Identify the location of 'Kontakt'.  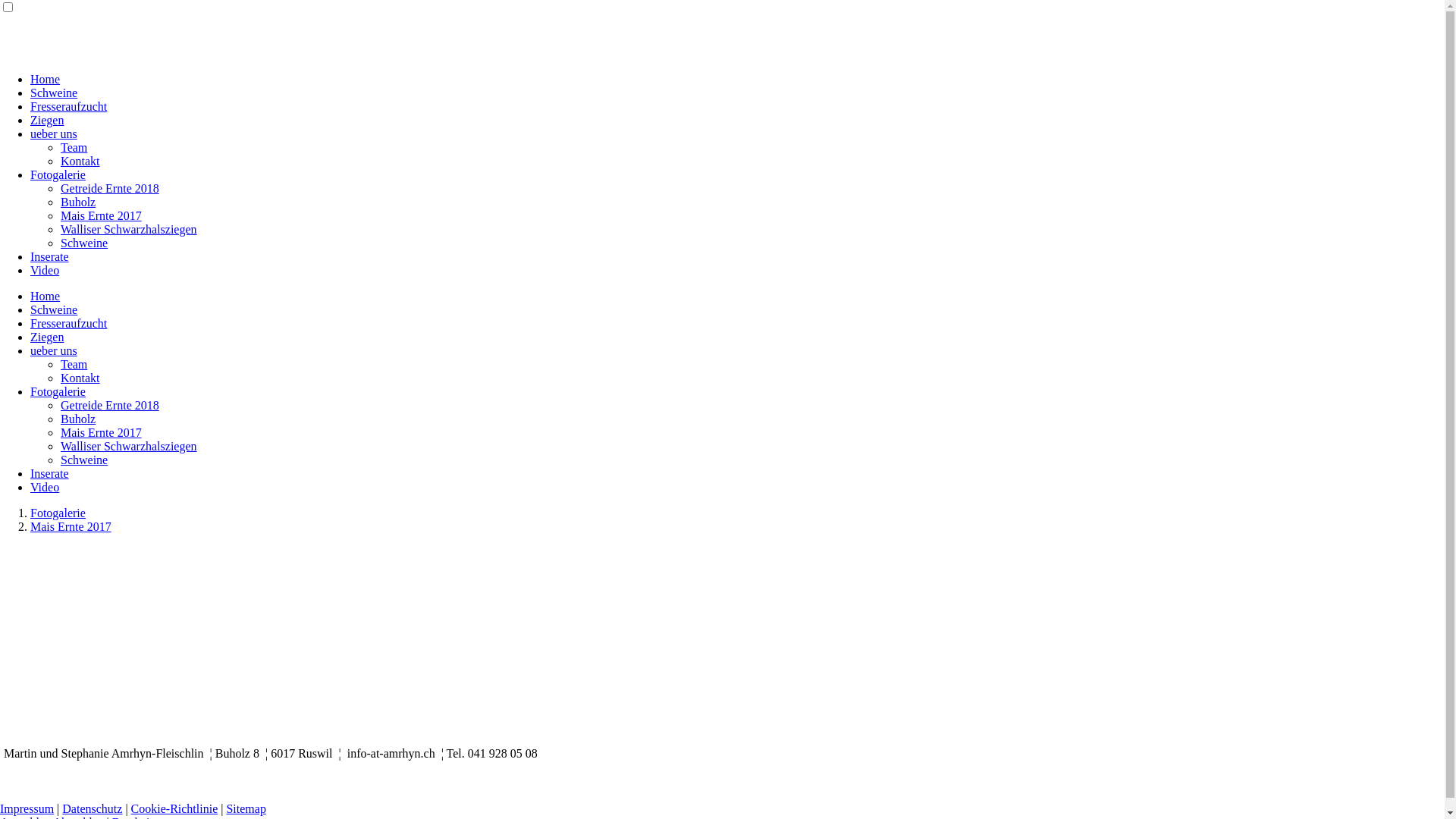
(61, 377).